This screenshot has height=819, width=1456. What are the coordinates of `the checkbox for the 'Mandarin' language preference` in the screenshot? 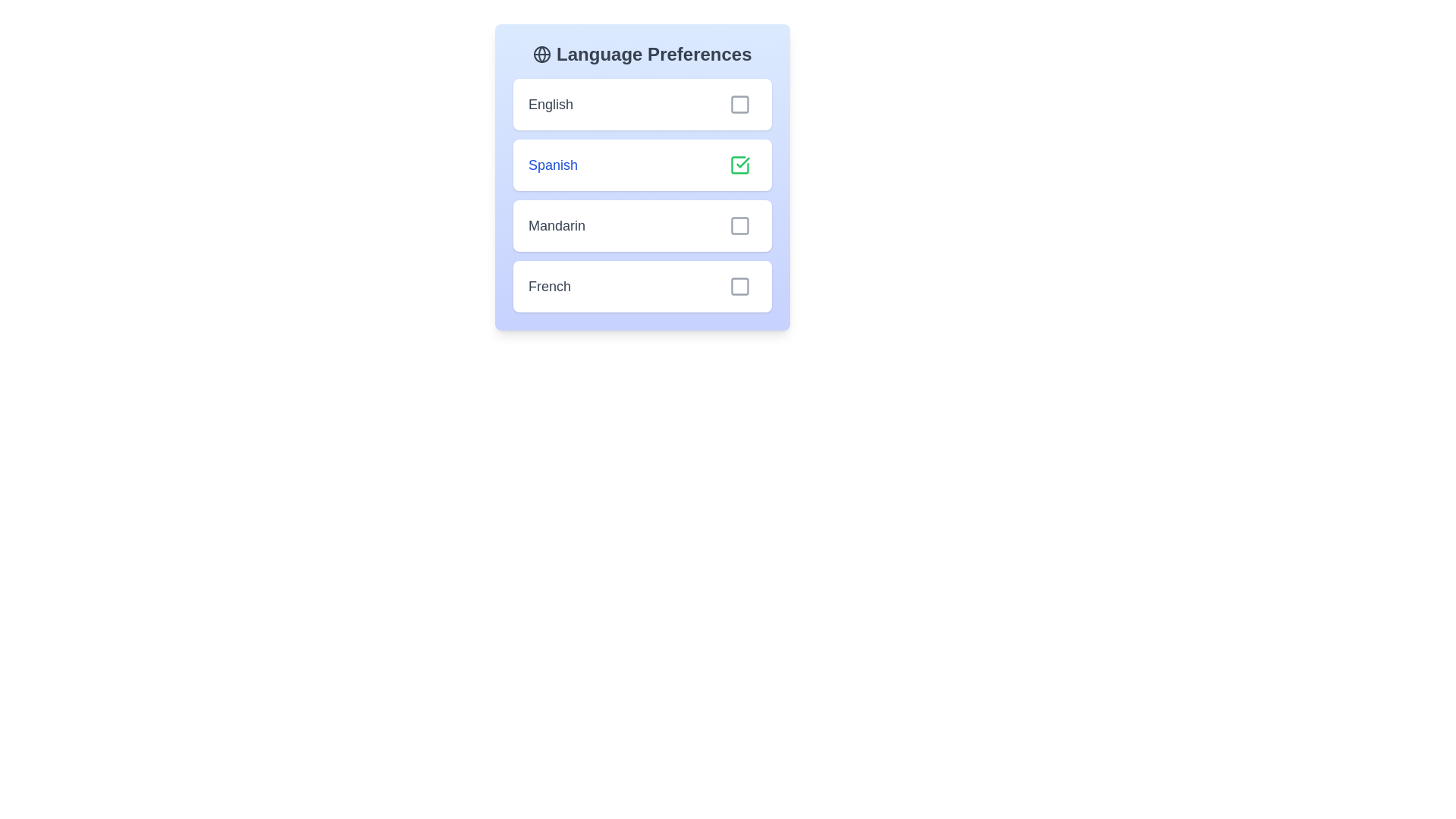 It's located at (739, 225).